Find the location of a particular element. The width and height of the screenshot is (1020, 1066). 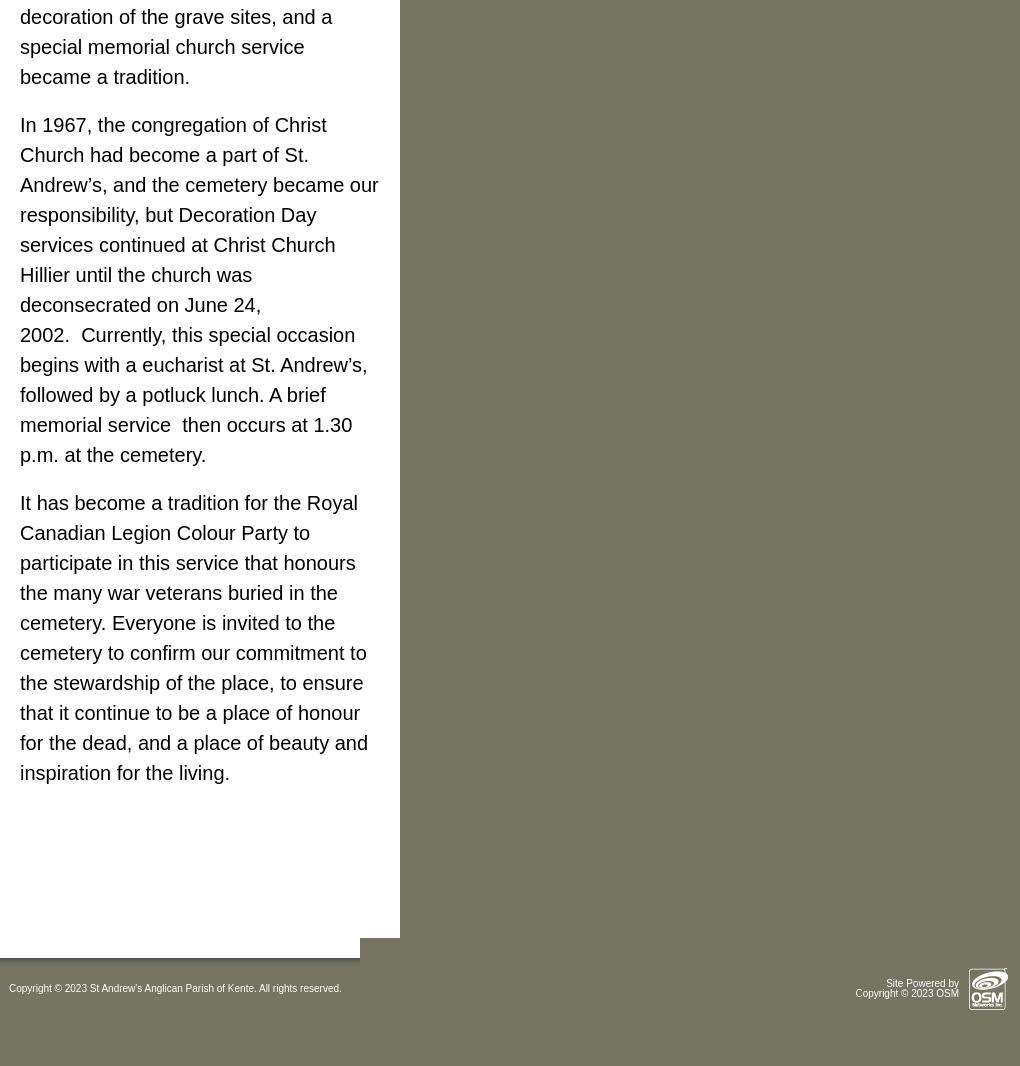

'Site Powered by' is located at coordinates (922, 983).